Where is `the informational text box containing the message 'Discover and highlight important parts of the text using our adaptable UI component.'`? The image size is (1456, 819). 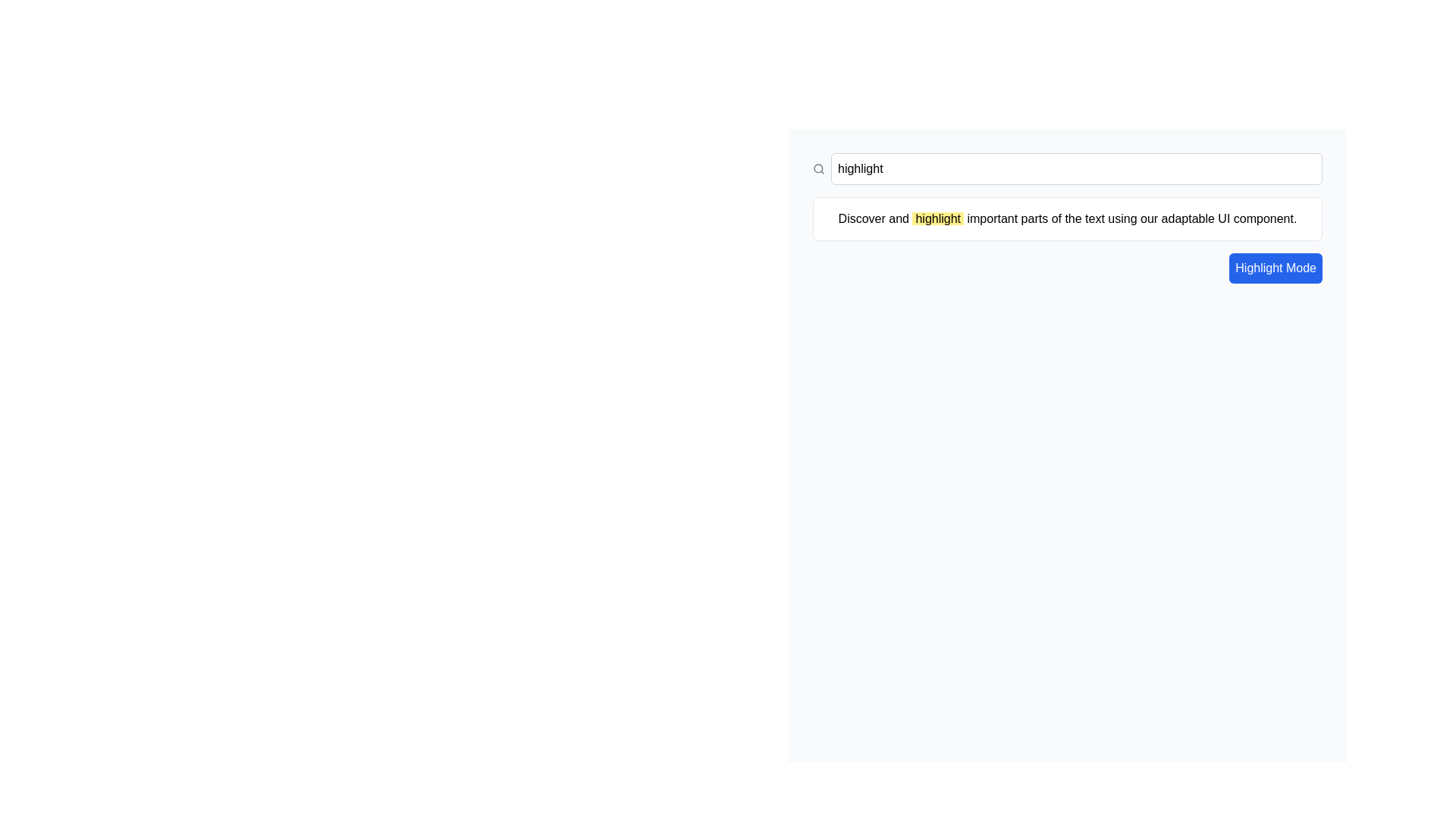
the informational text box containing the message 'Discover and highlight important parts of the text using our adaptable UI component.' is located at coordinates (1066, 219).